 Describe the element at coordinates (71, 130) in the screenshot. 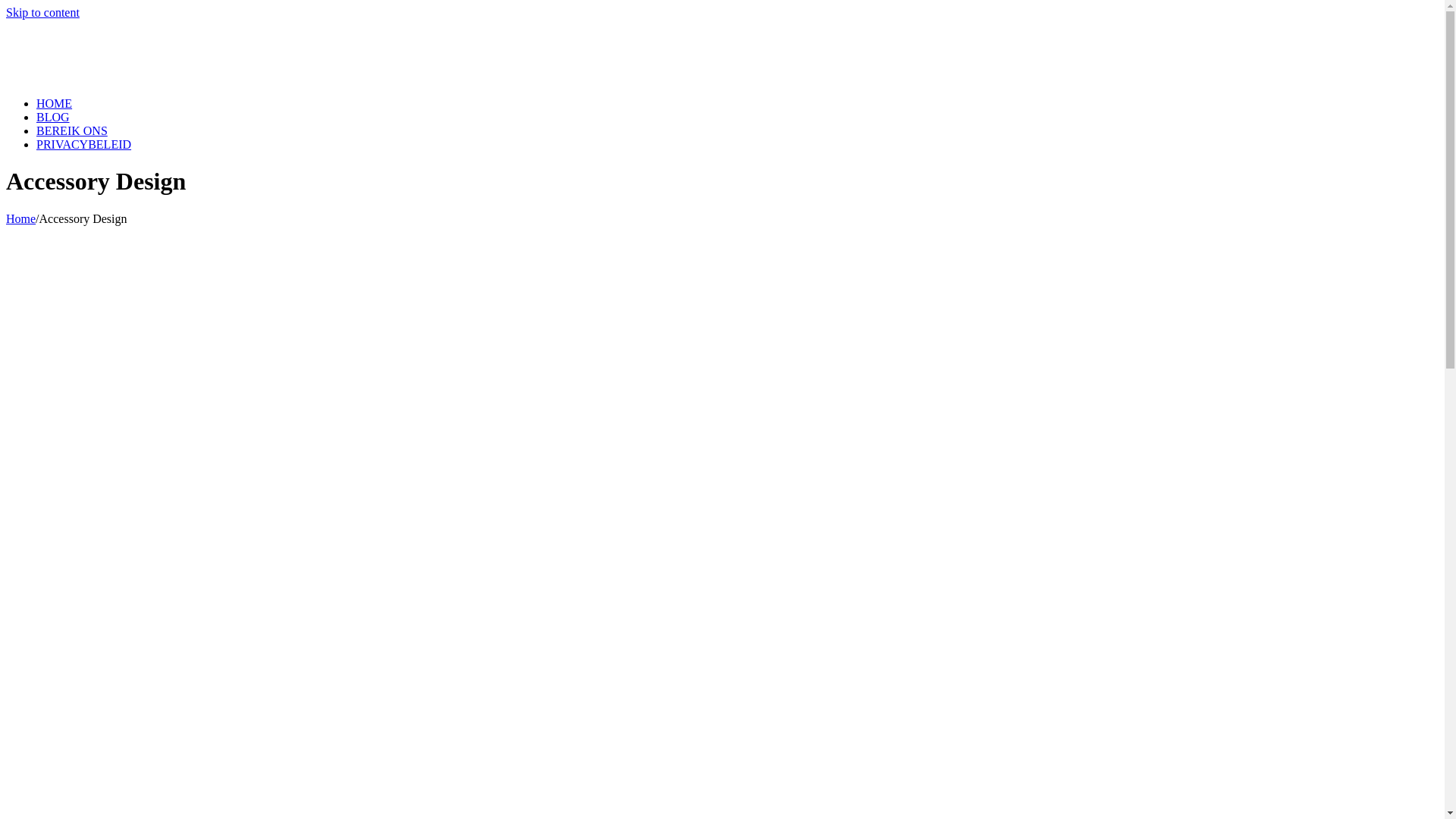

I see `'BEREIK ONS'` at that location.